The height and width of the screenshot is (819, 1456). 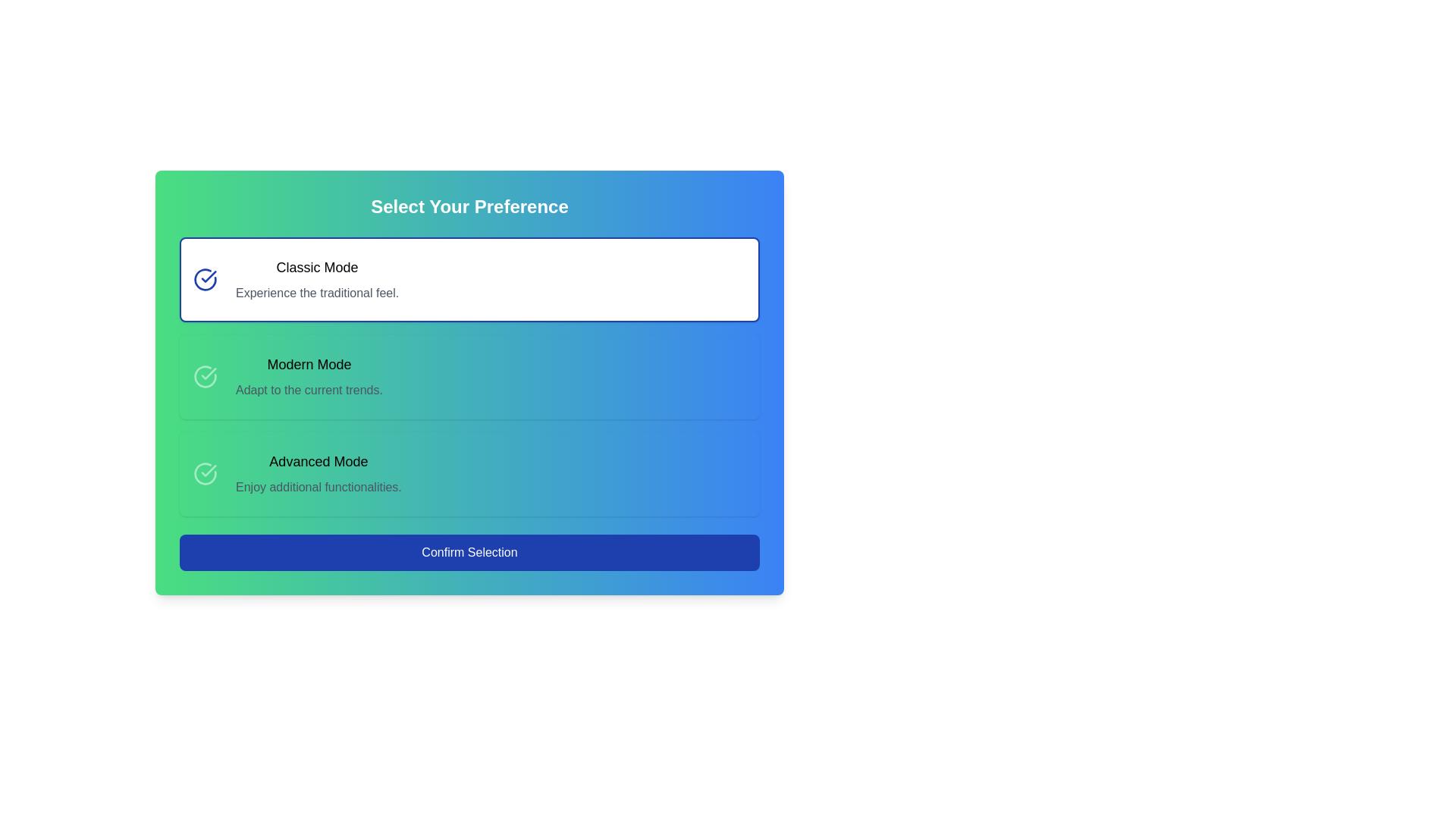 What do you see at coordinates (309, 376) in the screenshot?
I see `displayed text in the 'Modern Mode' Text Block, which consists of the title 'Modern Mode' and the description 'Adapt to the current trends.'` at bounding box center [309, 376].